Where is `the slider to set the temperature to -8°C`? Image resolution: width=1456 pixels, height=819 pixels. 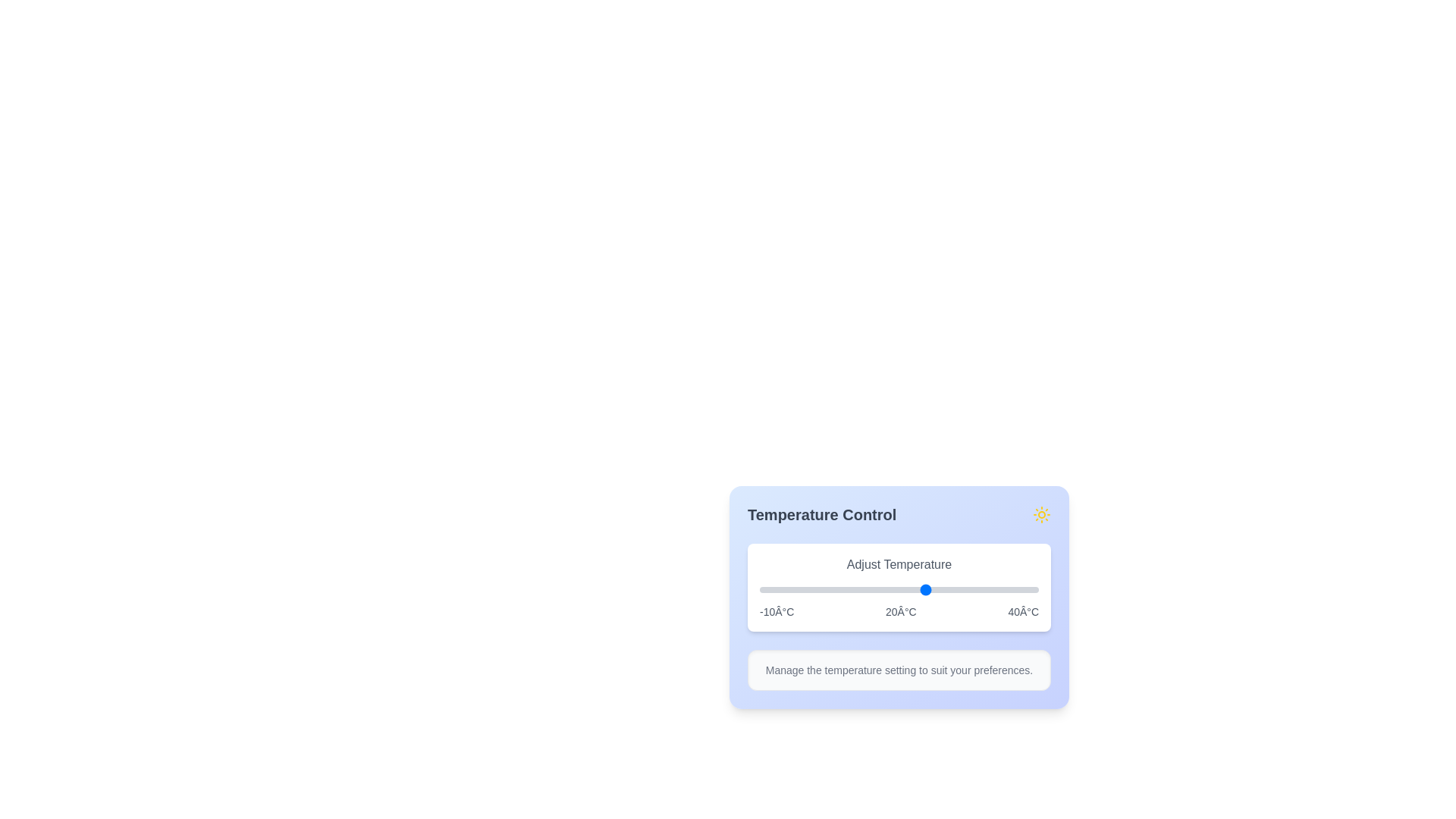
the slider to set the temperature to -8°C is located at coordinates (770, 589).